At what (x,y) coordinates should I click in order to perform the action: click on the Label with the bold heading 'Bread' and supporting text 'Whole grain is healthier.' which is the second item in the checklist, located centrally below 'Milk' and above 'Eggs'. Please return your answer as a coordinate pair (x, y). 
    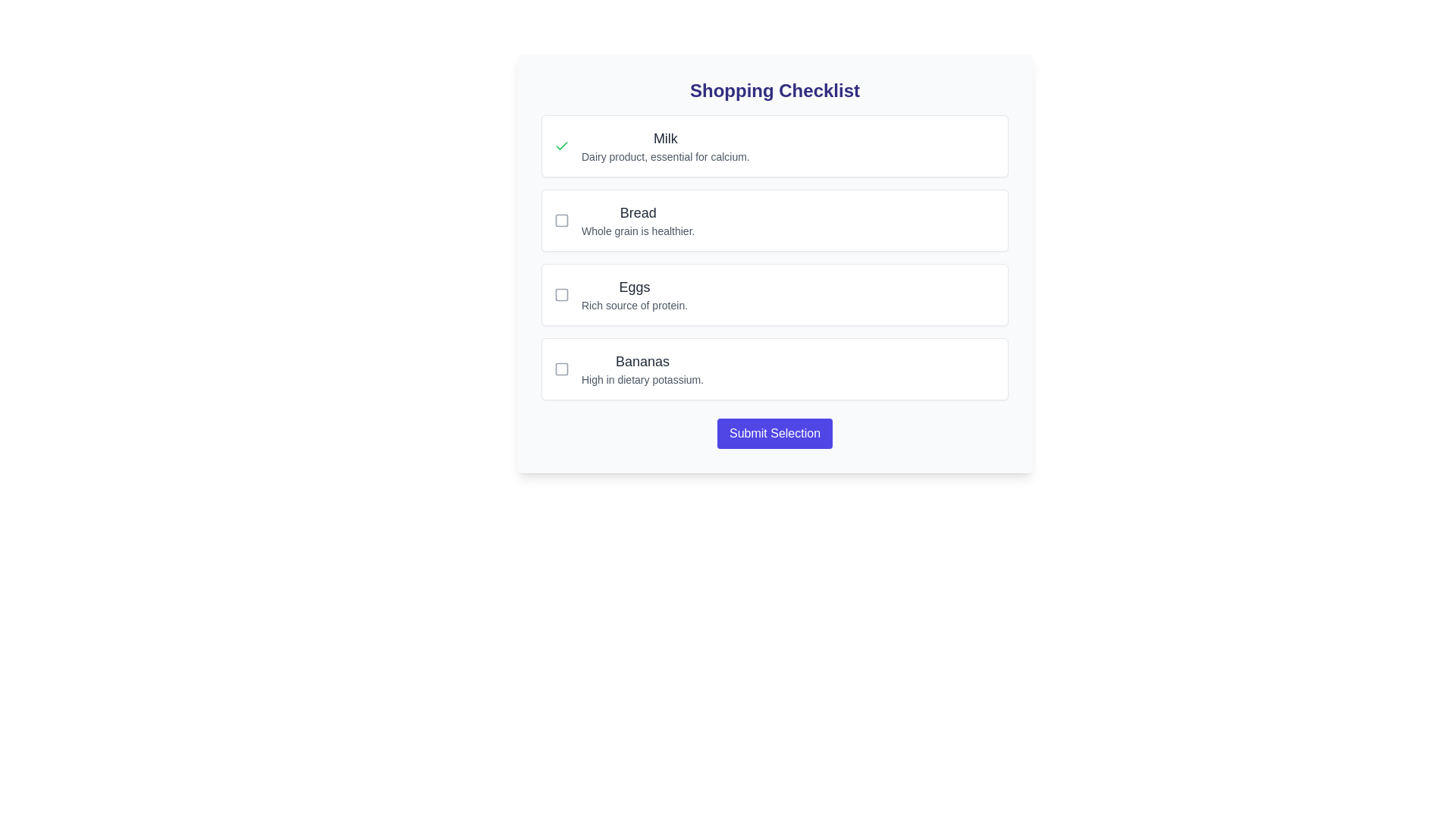
    Looking at the image, I should click on (638, 220).